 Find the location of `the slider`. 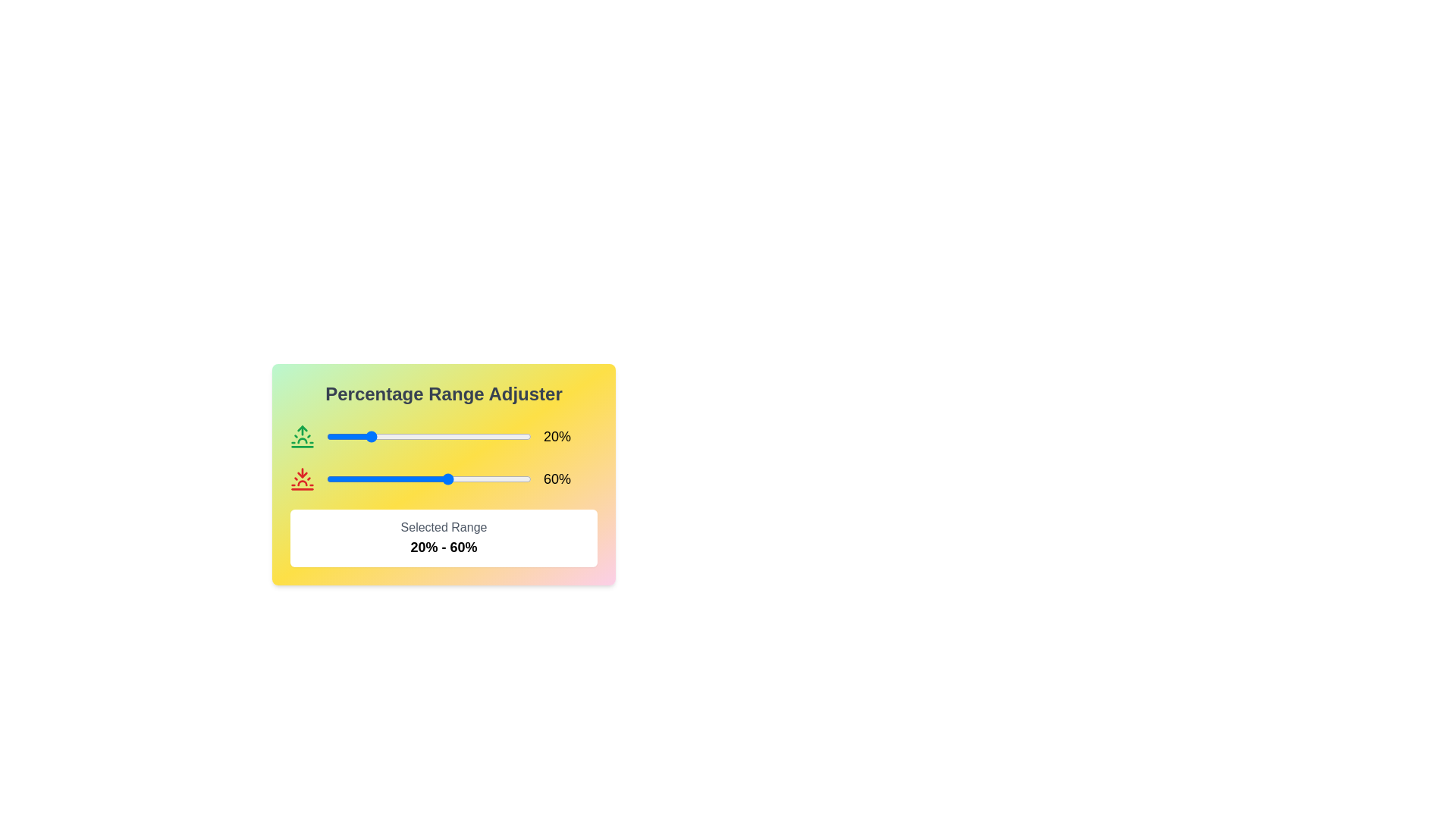

the slider is located at coordinates (396, 479).